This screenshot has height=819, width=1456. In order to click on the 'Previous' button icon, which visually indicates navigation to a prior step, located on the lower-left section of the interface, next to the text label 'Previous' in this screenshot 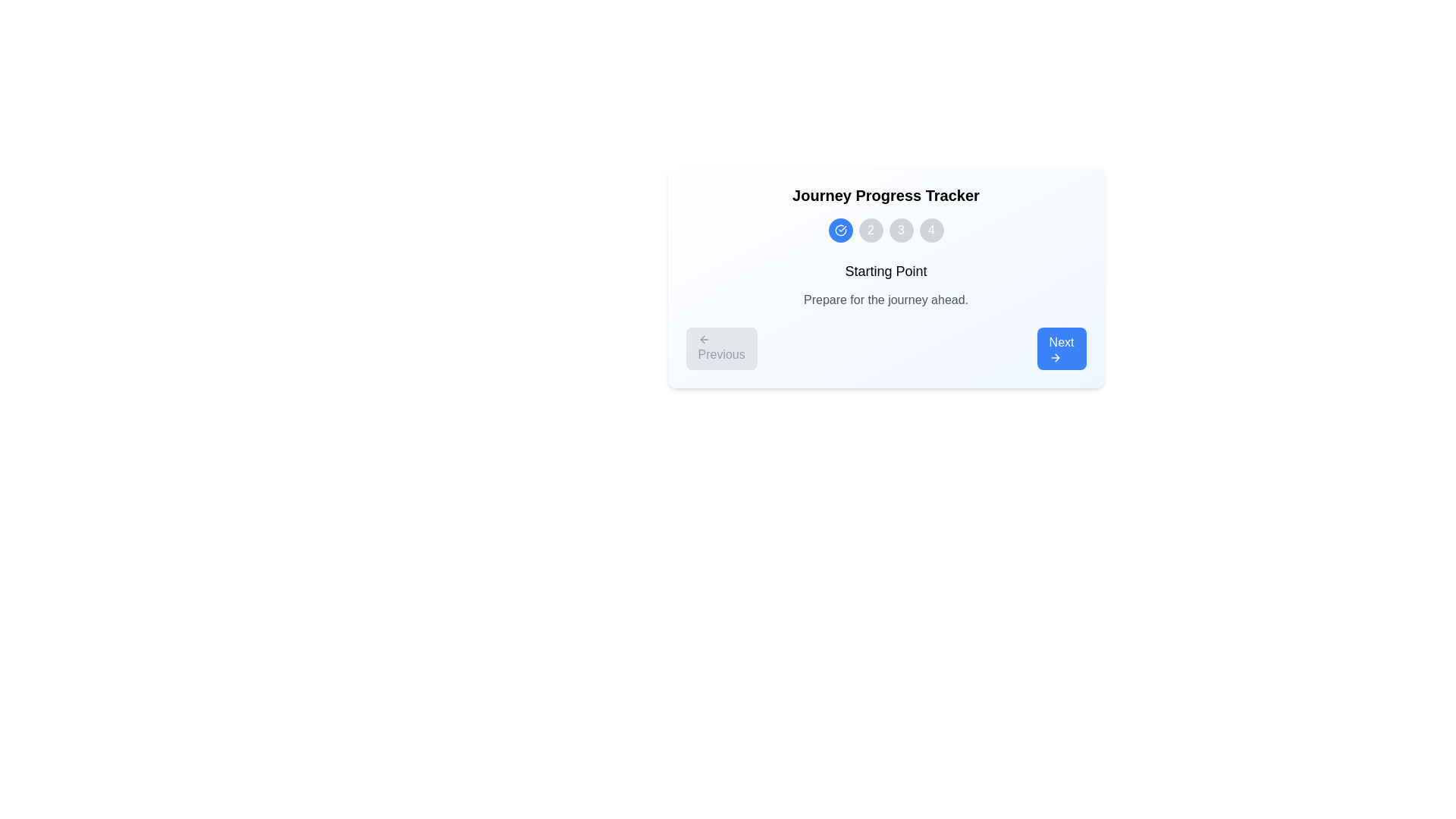, I will do `click(703, 338)`.